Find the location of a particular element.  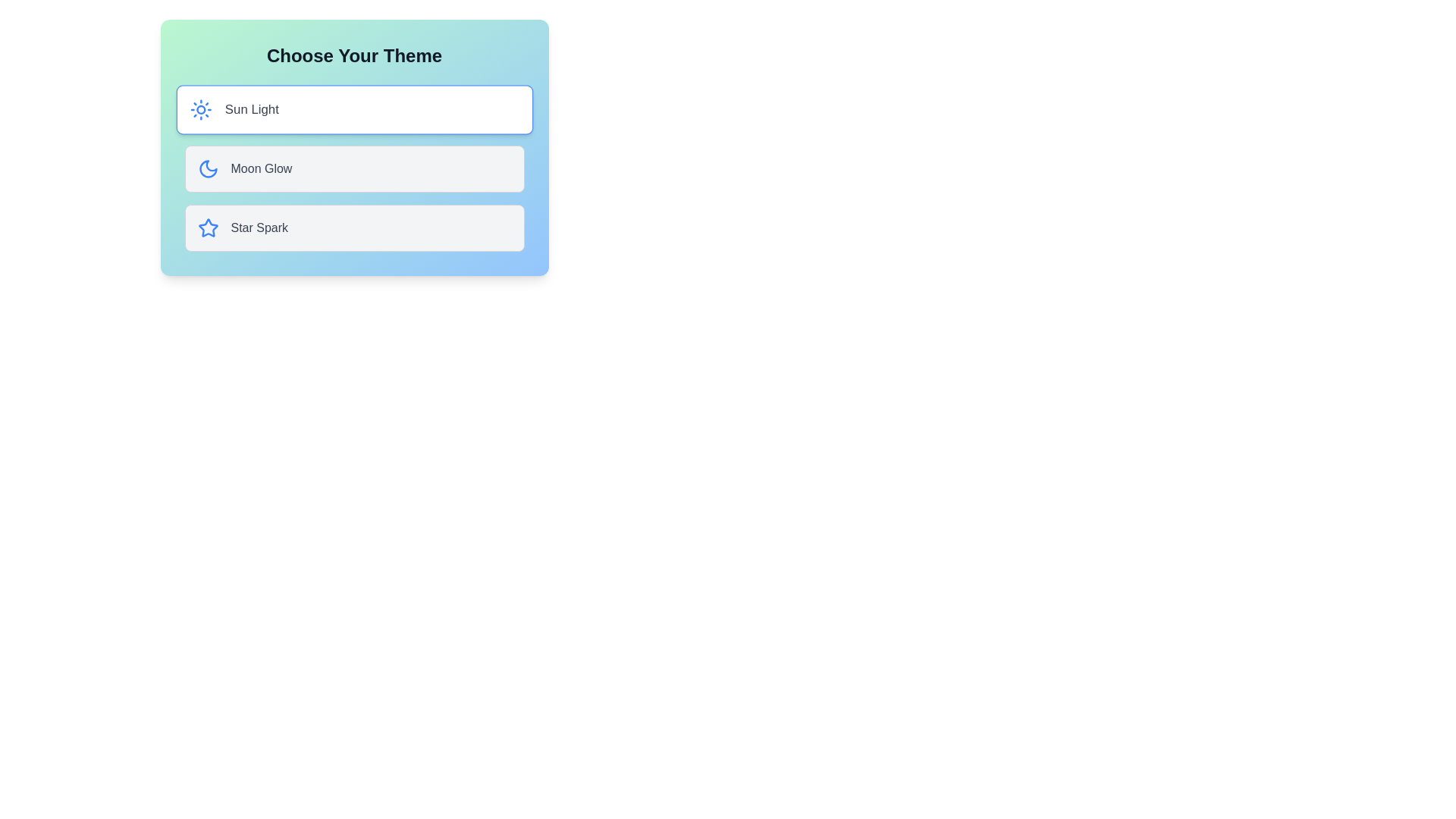

the 'Star Spark' theme icon located in the theme selection options, specifically the third option in the list, positioned between 'Moon Glow' and the bottom edge of the modal is located at coordinates (207, 227).